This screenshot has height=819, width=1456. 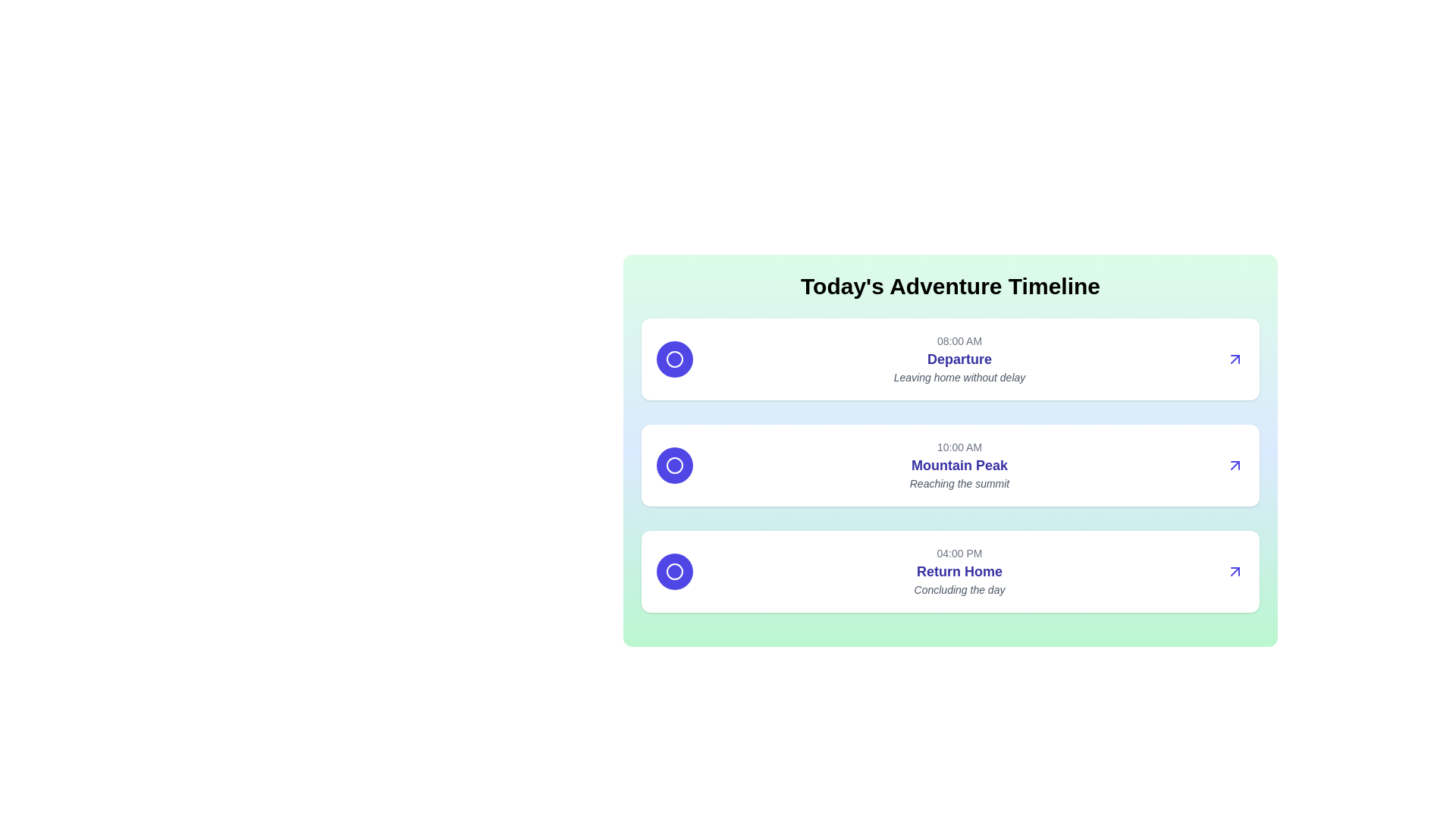 What do you see at coordinates (949, 571) in the screenshot?
I see `information displayed on the card containing '04:00 PM', 'Return Home', and 'Concluding the day' in a vertically stacked list beneath the 'Mountain Peak' entry` at bounding box center [949, 571].